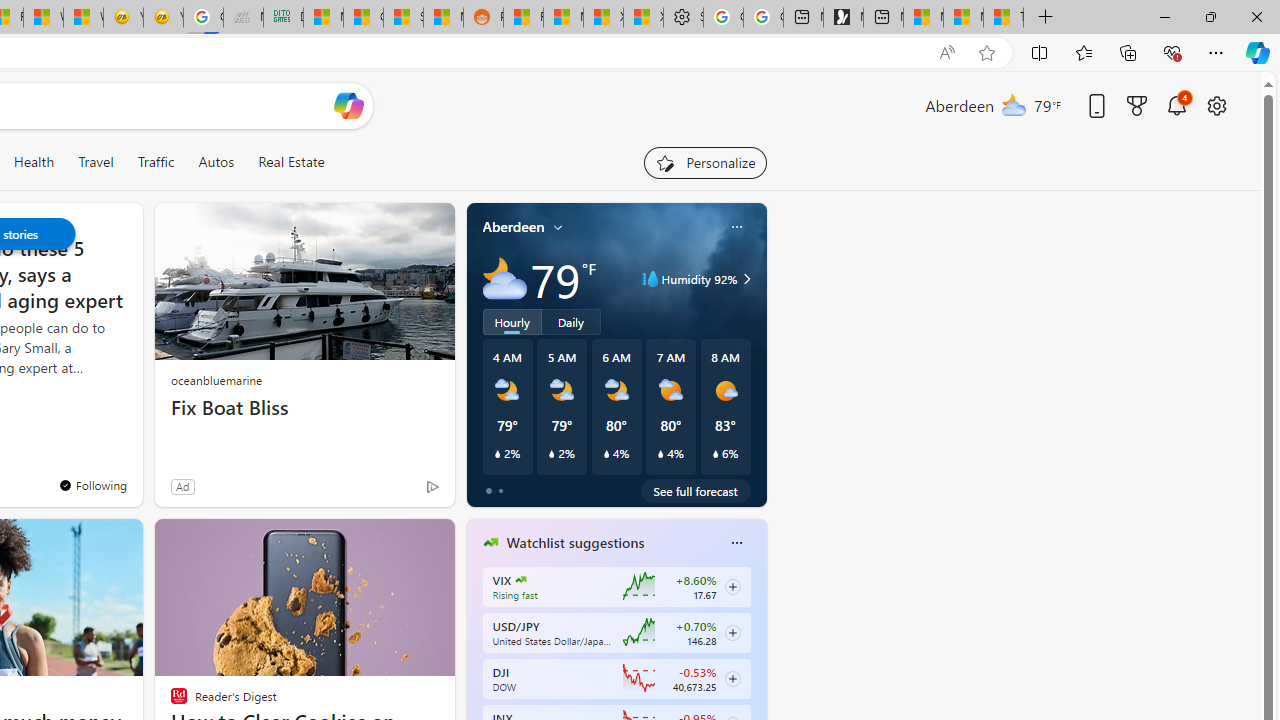 The height and width of the screenshot is (720, 1280). I want to click on 'Class: weather-current-precipitation-glyph', so click(715, 453).